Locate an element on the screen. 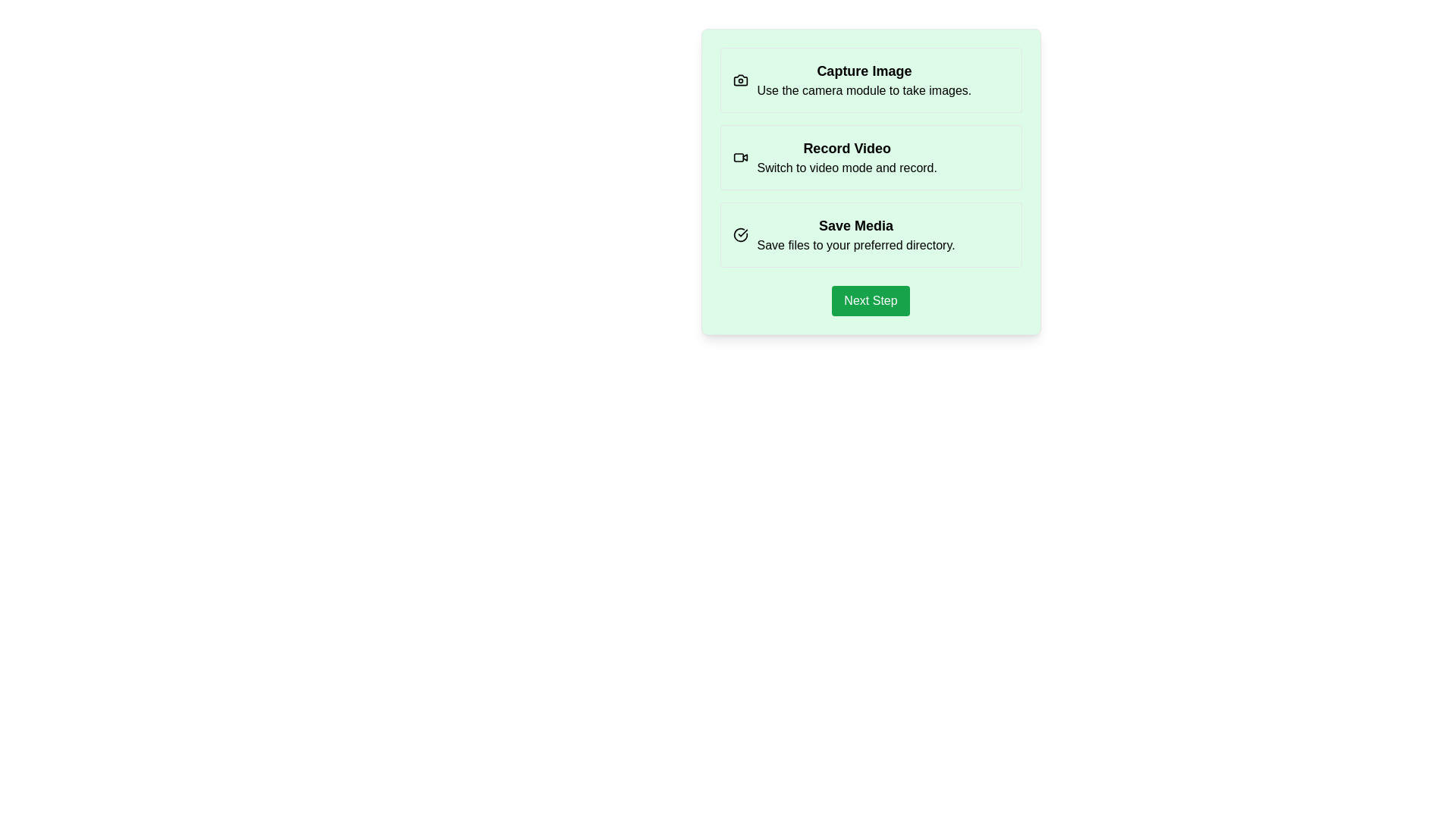 The height and width of the screenshot is (819, 1456). the decorative or informational SVG icon associated with the 'Save Media' option located in the third row of the options on a light green card is located at coordinates (740, 234).